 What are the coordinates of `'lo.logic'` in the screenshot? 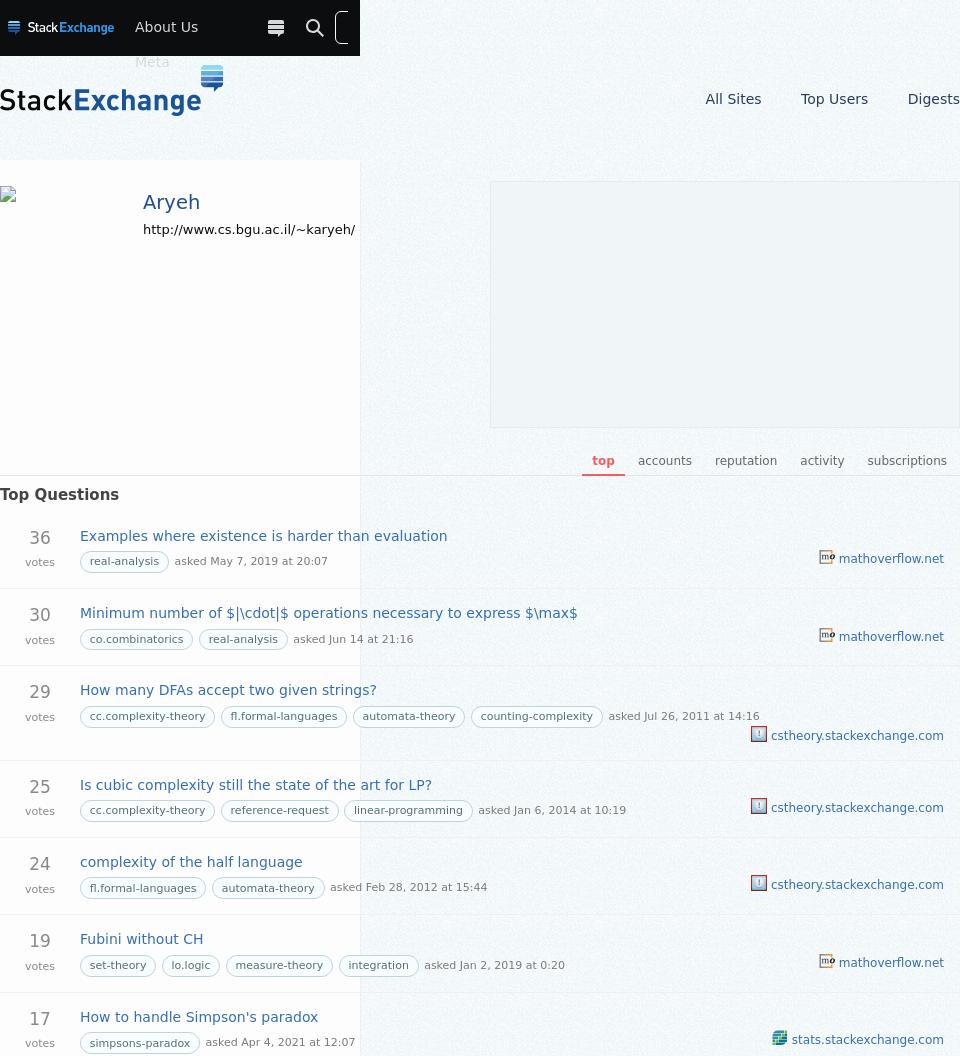 It's located at (190, 965).